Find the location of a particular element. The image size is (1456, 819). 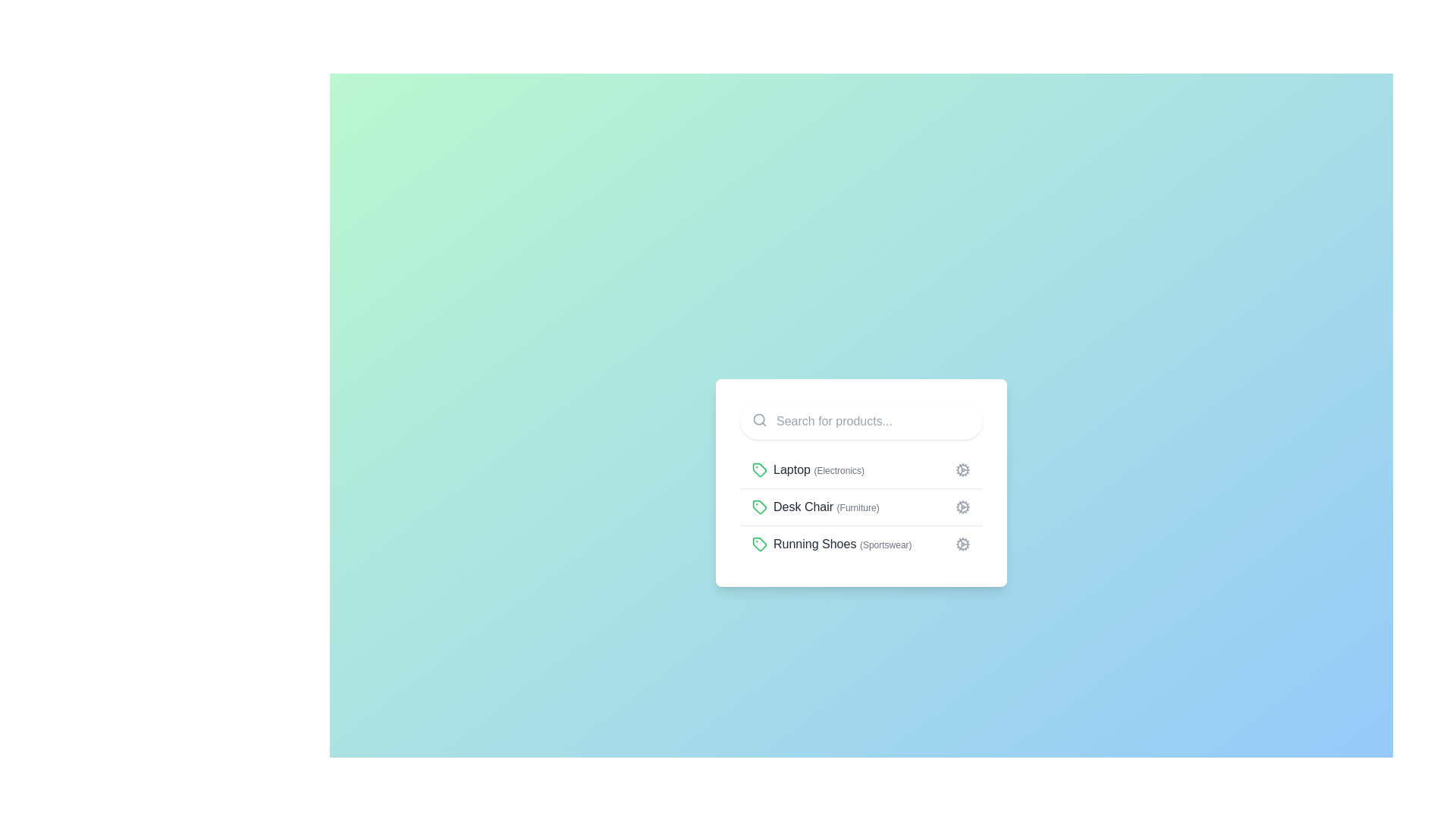

the small green tag-like icon located to the left of the text 'Laptop (Electronics)' which has a circular part and a distinctive stroke design is located at coordinates (760, 469).